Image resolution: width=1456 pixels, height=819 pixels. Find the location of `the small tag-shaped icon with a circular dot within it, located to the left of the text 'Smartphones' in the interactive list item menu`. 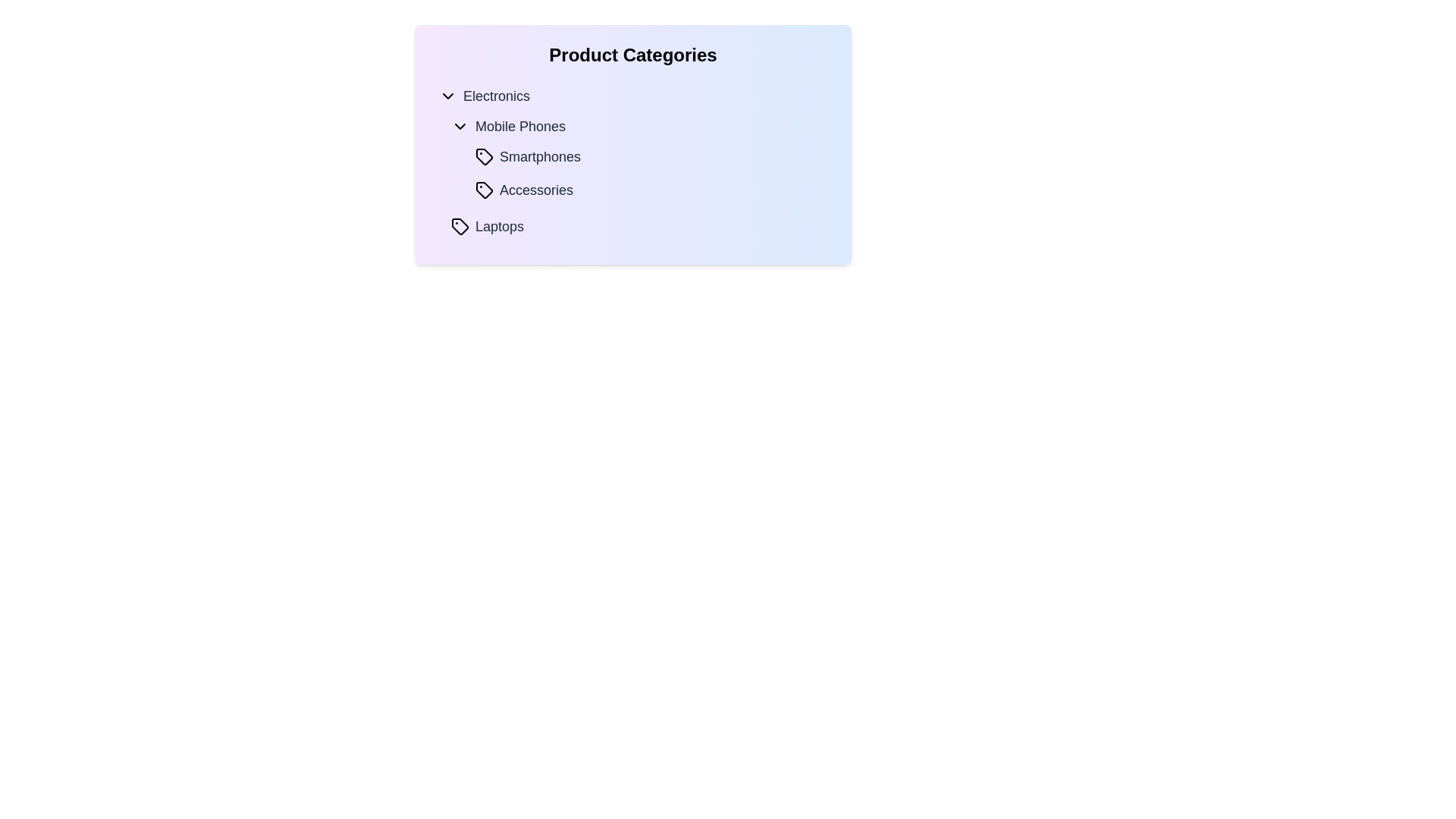

the small tag-shaped icon with a circular dot within it, located to the left of the text 'Smartphones' in the interactive list item menu is located at coordinates (483, 157).